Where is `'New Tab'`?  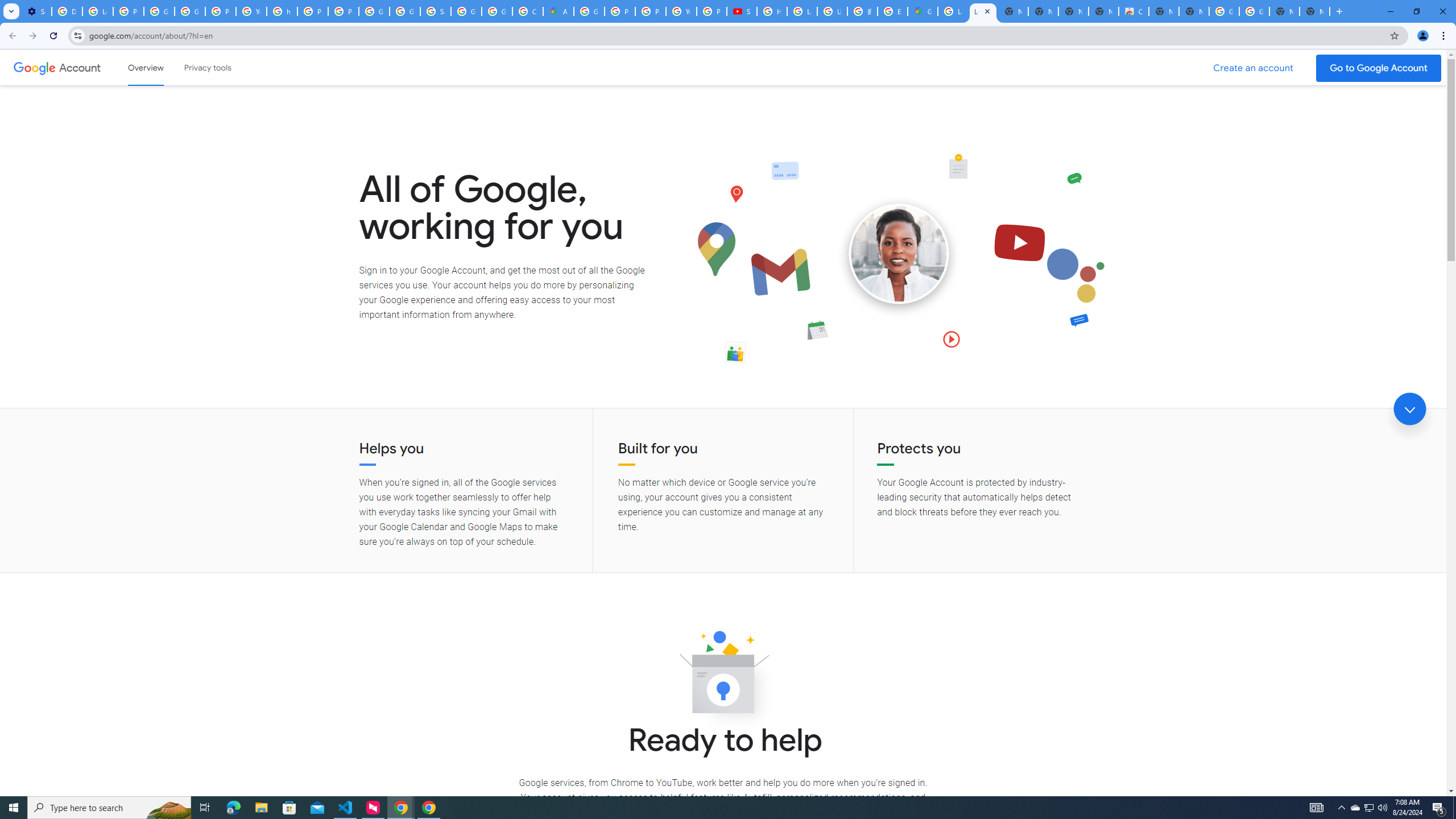 'New Tab' is located at coordinates (1314, 11).